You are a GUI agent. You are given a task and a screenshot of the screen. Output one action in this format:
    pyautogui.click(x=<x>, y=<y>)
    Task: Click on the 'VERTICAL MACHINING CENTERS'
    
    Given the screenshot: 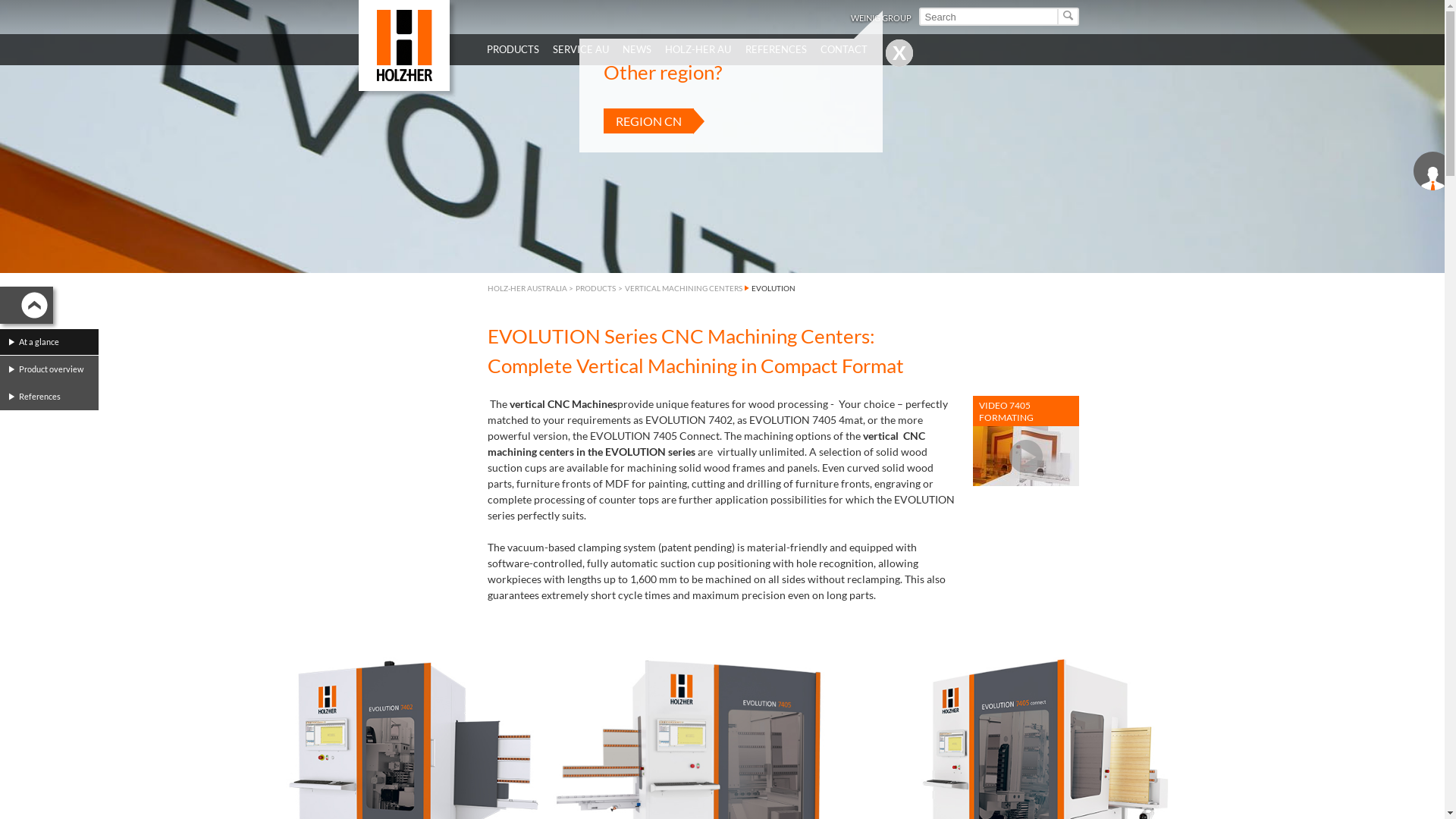 What is the action you would take?
    pyautogui.click(x=682, y=288)
    